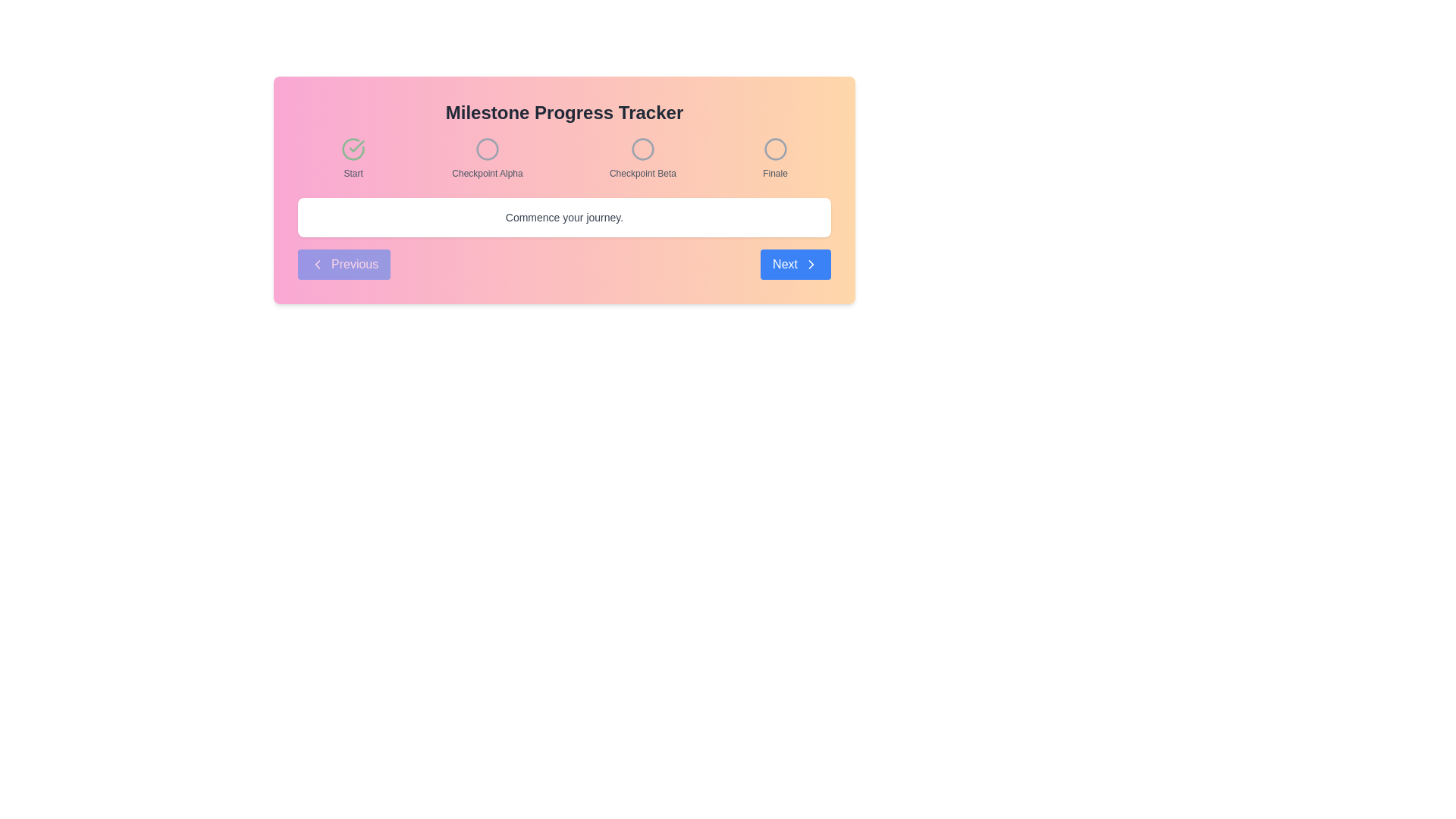 The image size is (1456, 819). I want to click on the 'Finale' milestone indicator, which is the last item in the horizontal row of milestones, represented by a circular icon and labeled with the text 'Finale', so click(775, 158).